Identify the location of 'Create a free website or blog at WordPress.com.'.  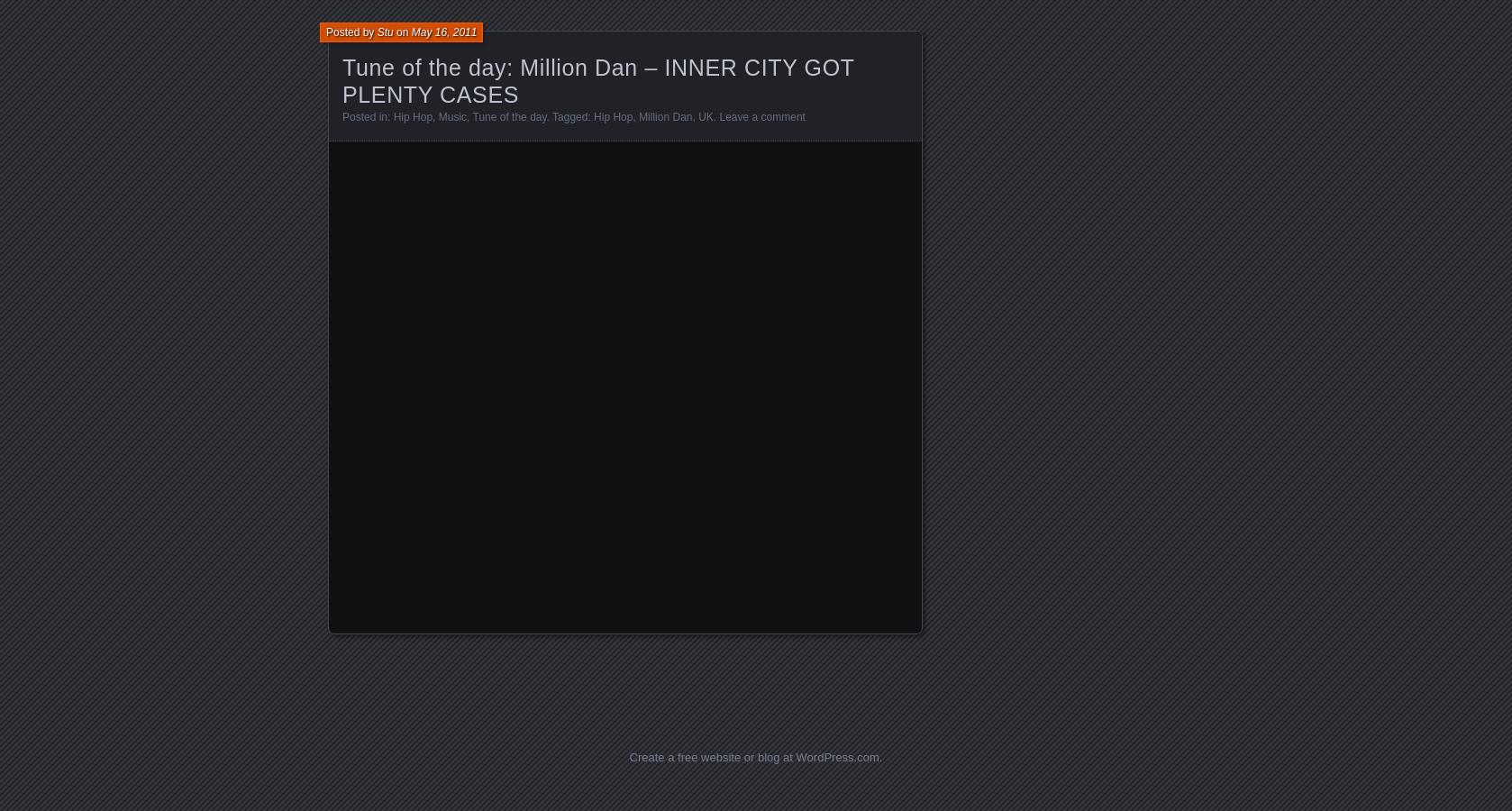
(628, 756).